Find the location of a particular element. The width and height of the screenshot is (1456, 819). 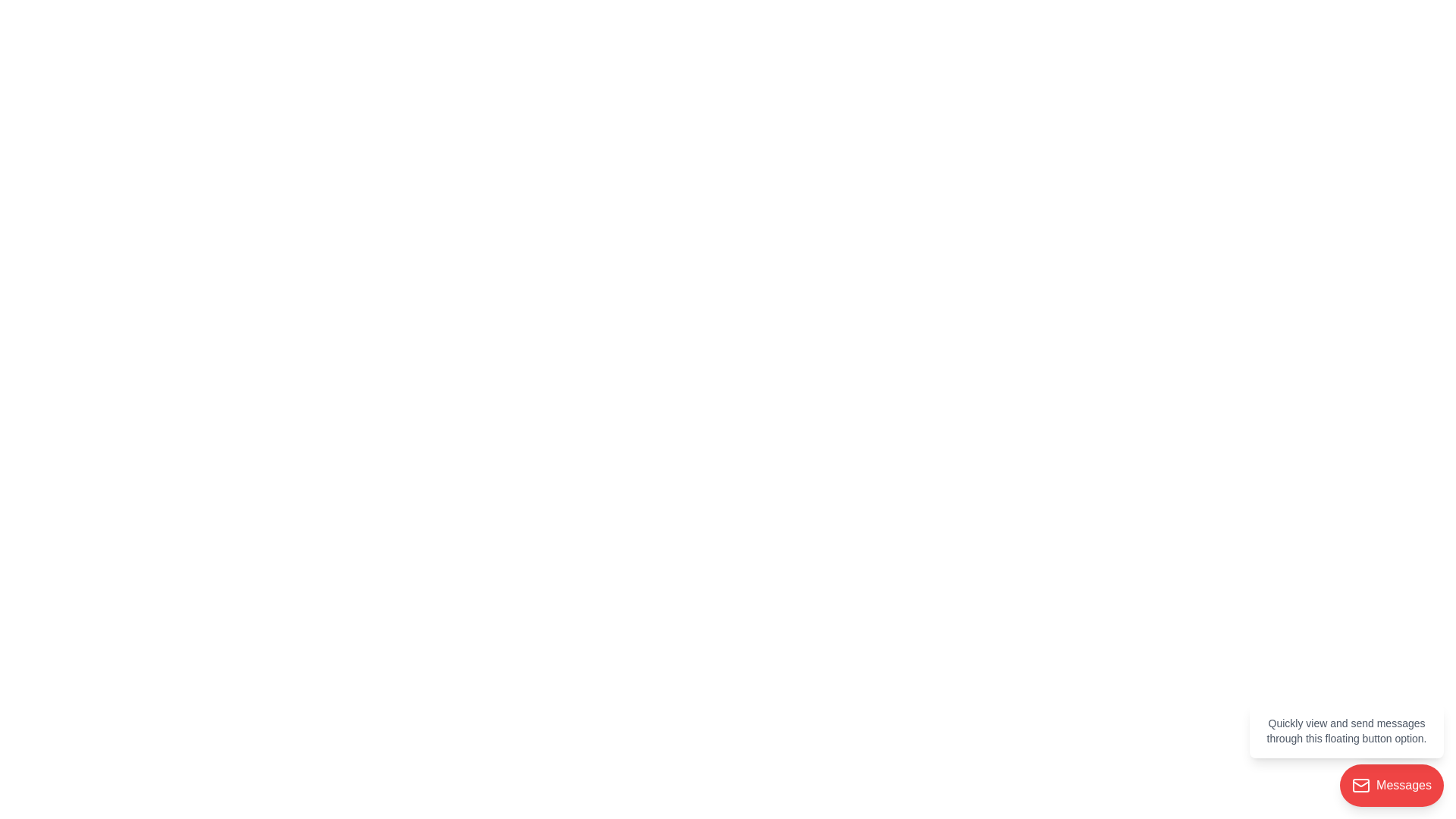

the floating red button labeled 'Messages' with an envelope icon near the bottom-right corner is located at coordinates (1392, 758).